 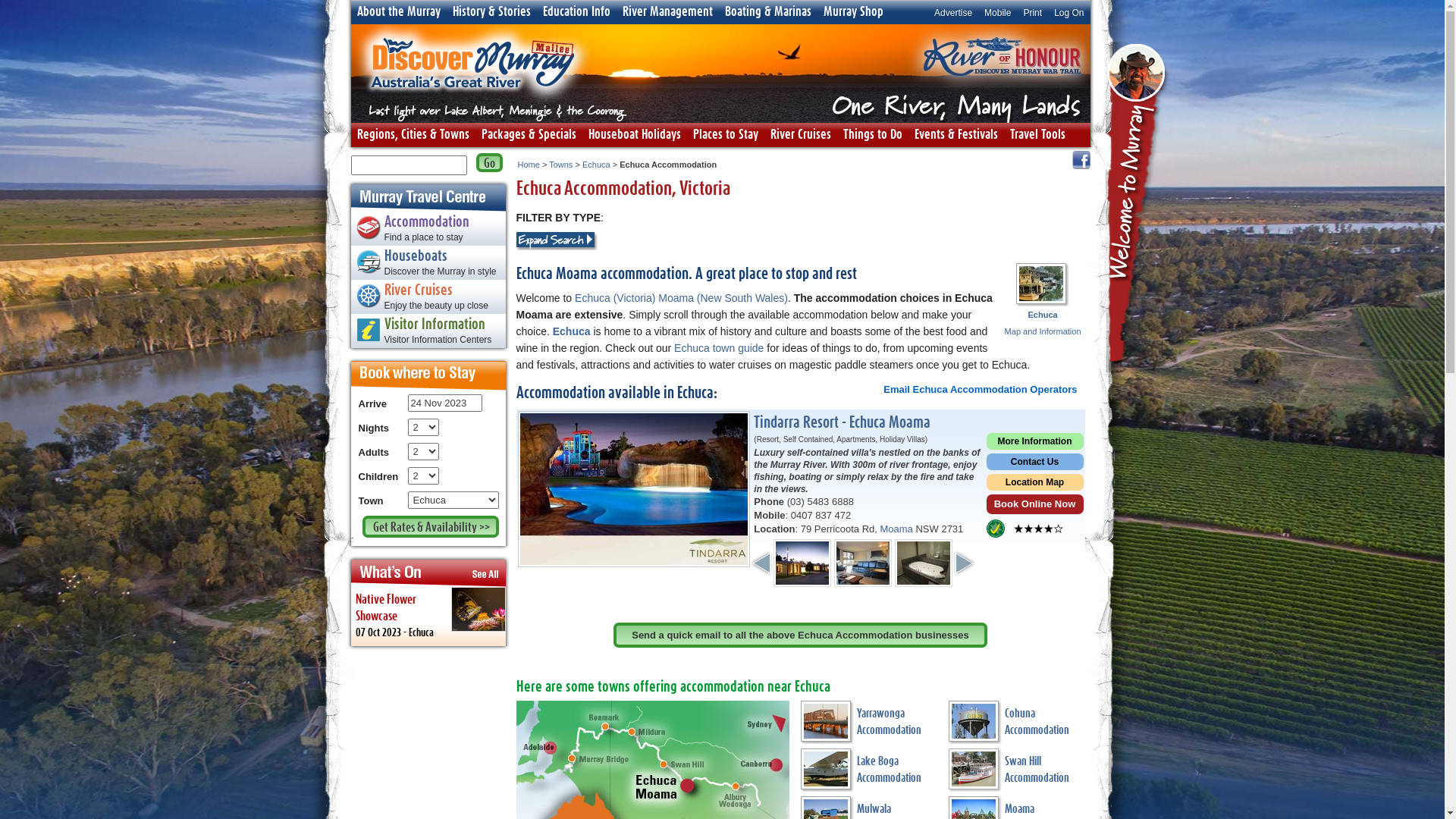 What do you see at coordinates (491, 11) in the screenshot?
I see `'History & Stories'` at bounding box center [491, 11].